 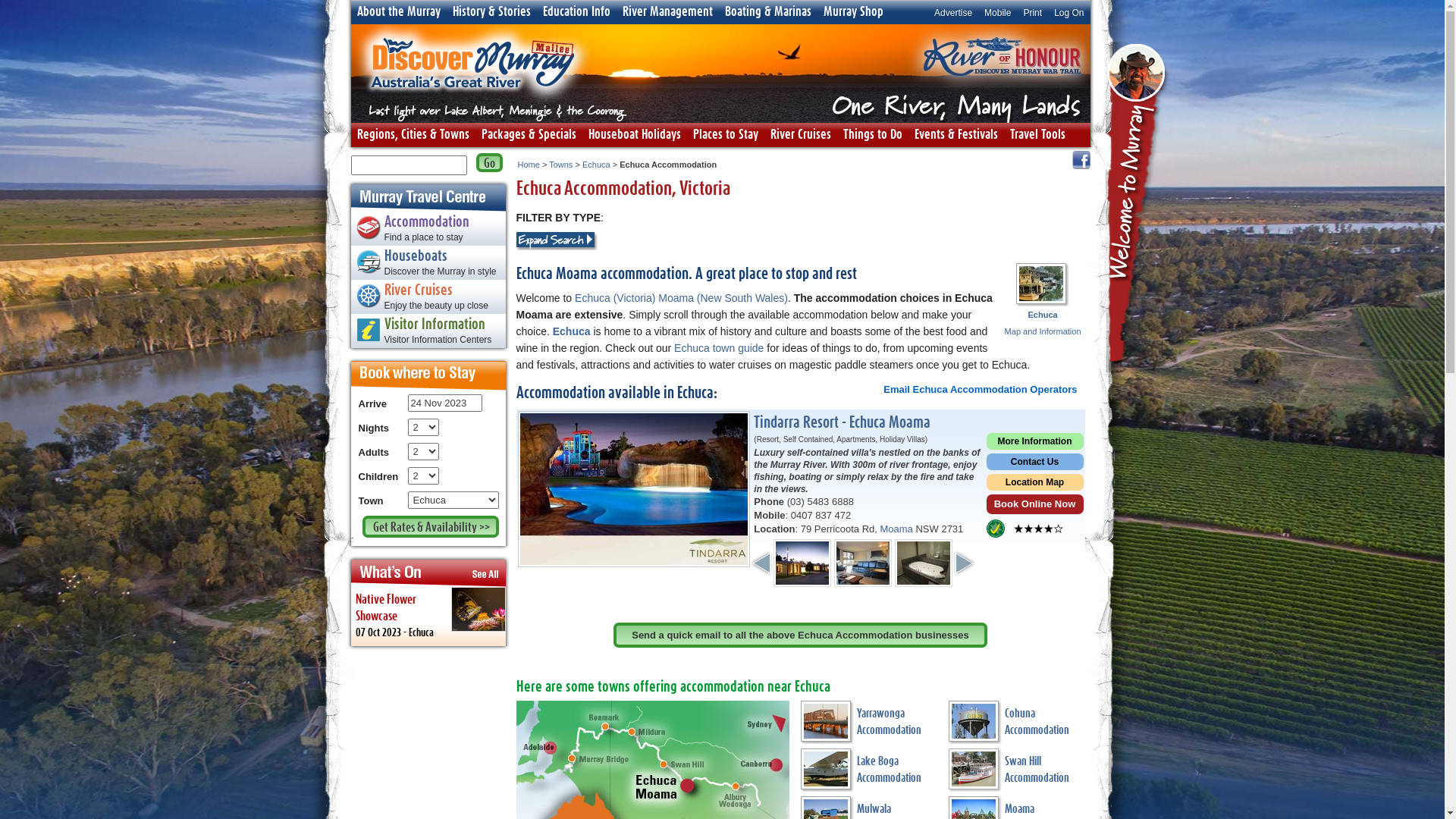 What do you see at coordinates (491, 11) in the screenshot?
I see `'History & Stories'` at bounding box center [491, 11].